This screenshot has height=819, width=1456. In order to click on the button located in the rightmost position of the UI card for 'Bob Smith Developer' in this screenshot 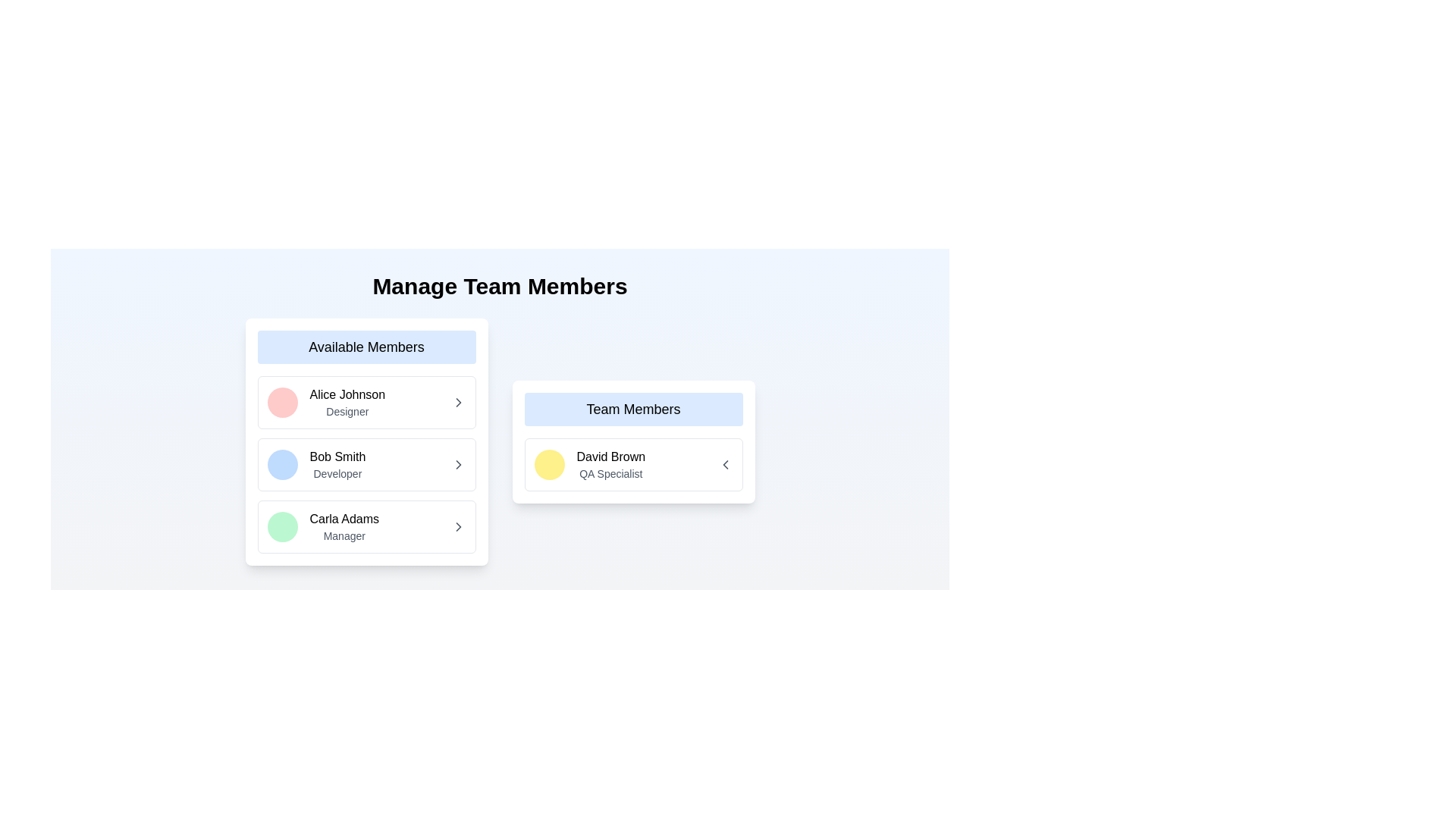, I will do `click(457, 464)`.